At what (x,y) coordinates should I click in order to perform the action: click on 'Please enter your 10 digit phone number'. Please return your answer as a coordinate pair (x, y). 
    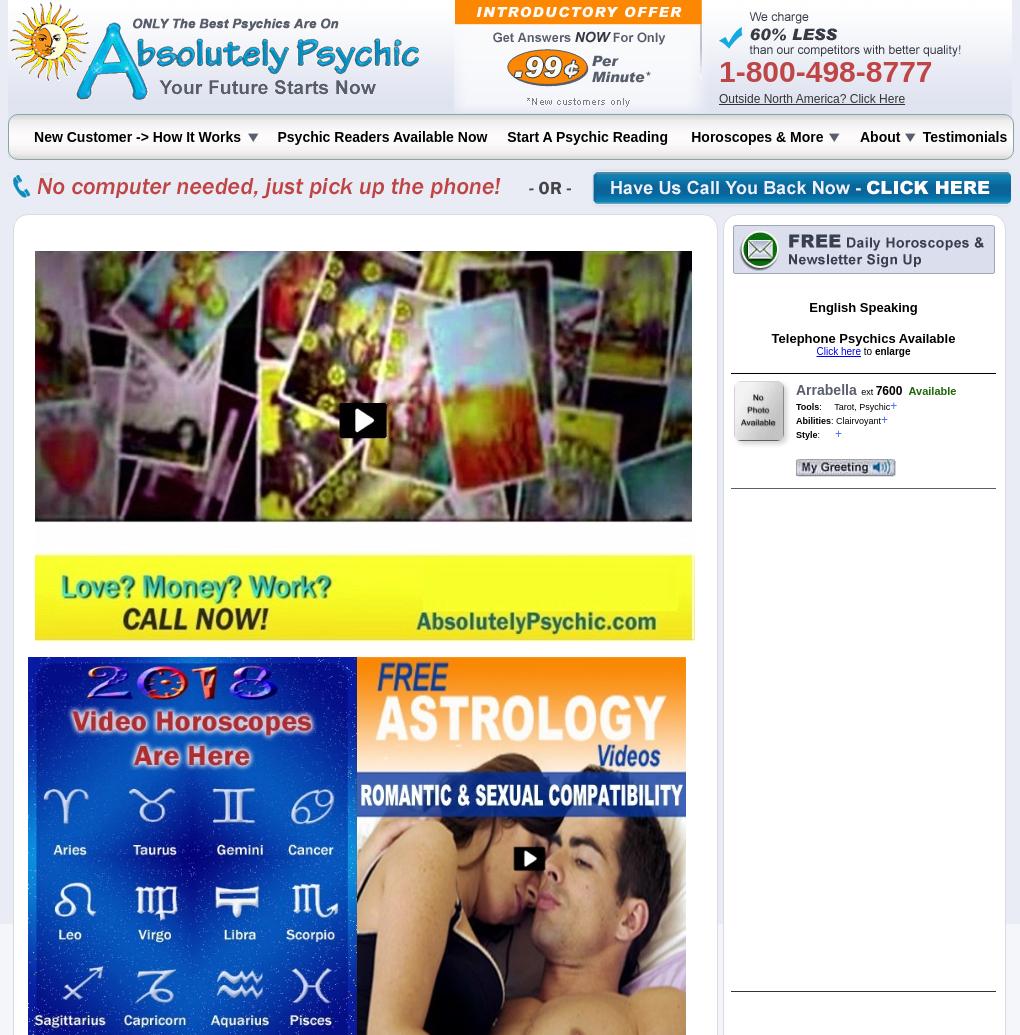
    Looking at the image, I should click on (199, 86).